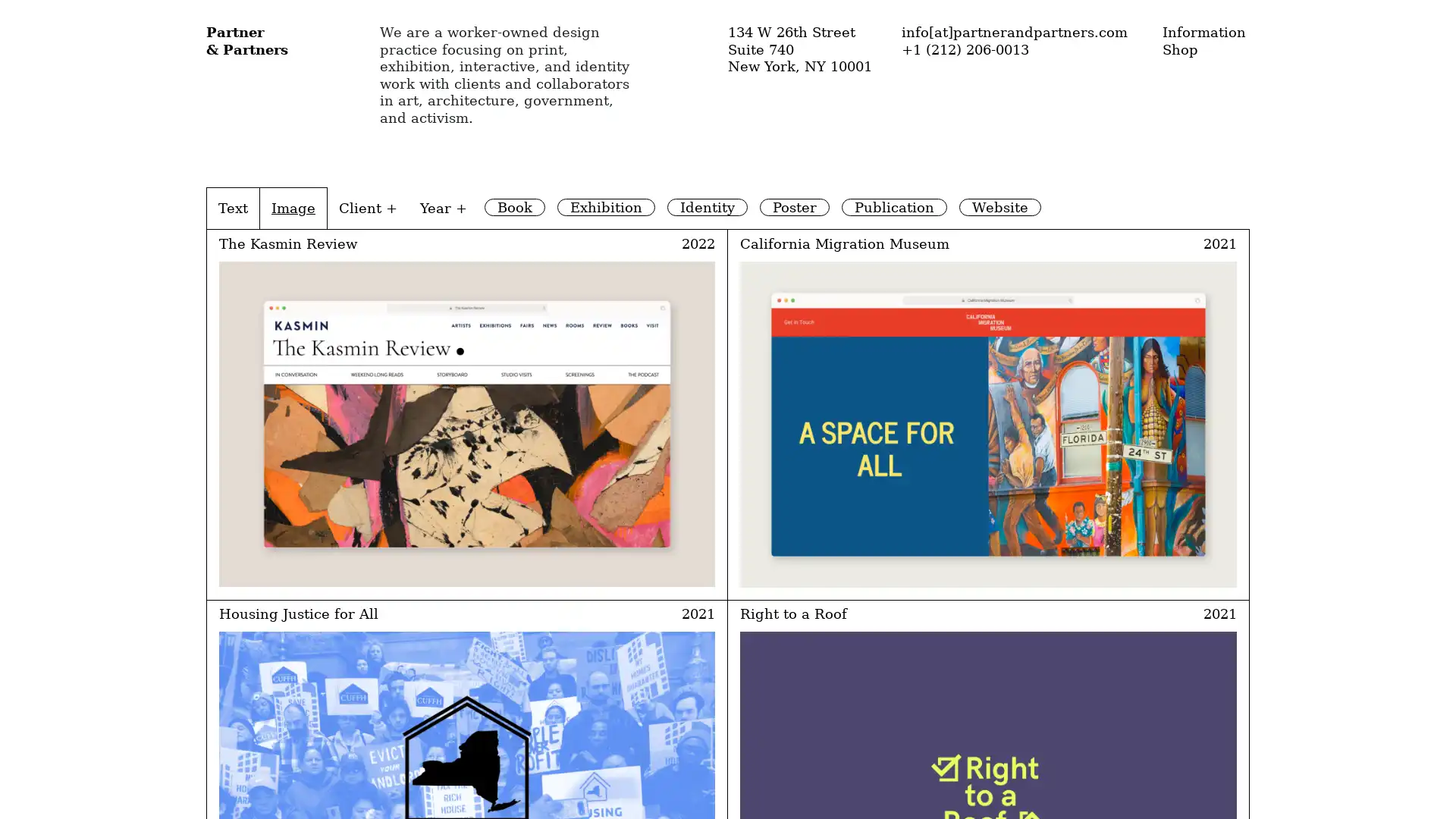 This screenshot has width=1456, height=819. I want to click on Image, so click(293, 207).